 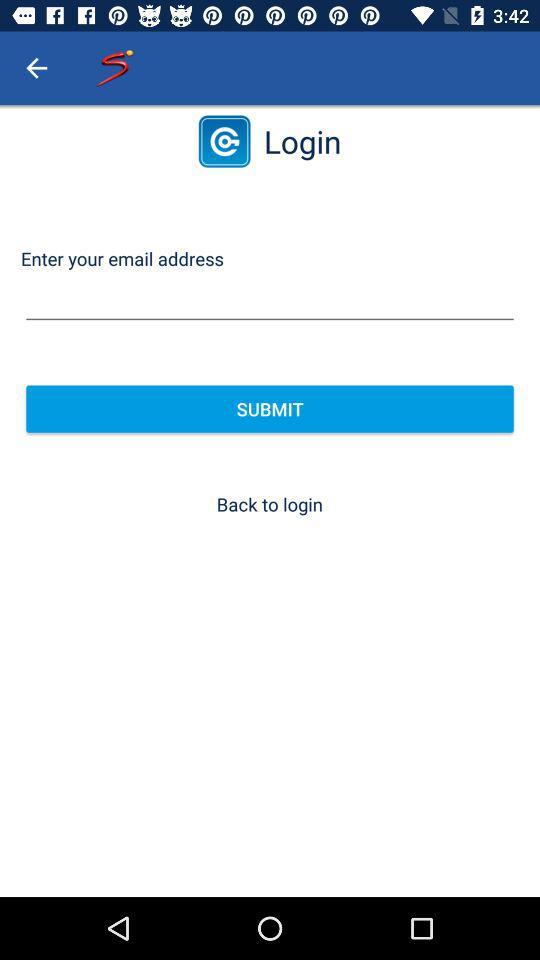 What do you see at coordinates (270, 299) in the screenshot?
I see `email address field` at bounding box center [270, 299].